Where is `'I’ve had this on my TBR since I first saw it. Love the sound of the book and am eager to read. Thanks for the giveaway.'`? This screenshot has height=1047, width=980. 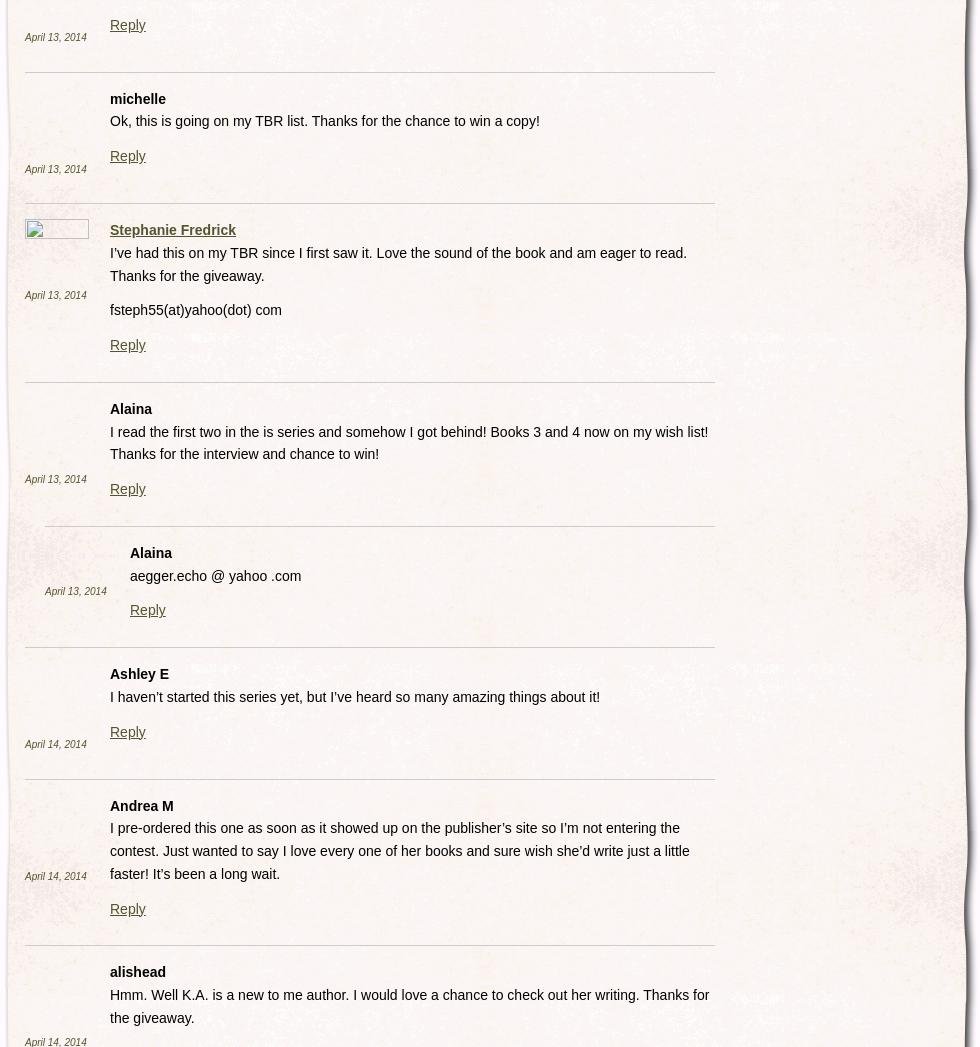 'I’ve had this on my TBR since I first saw it. Love the sound of the book and am eager to read. Thanks for the giveaway.' is located at coordinates (398, 263).